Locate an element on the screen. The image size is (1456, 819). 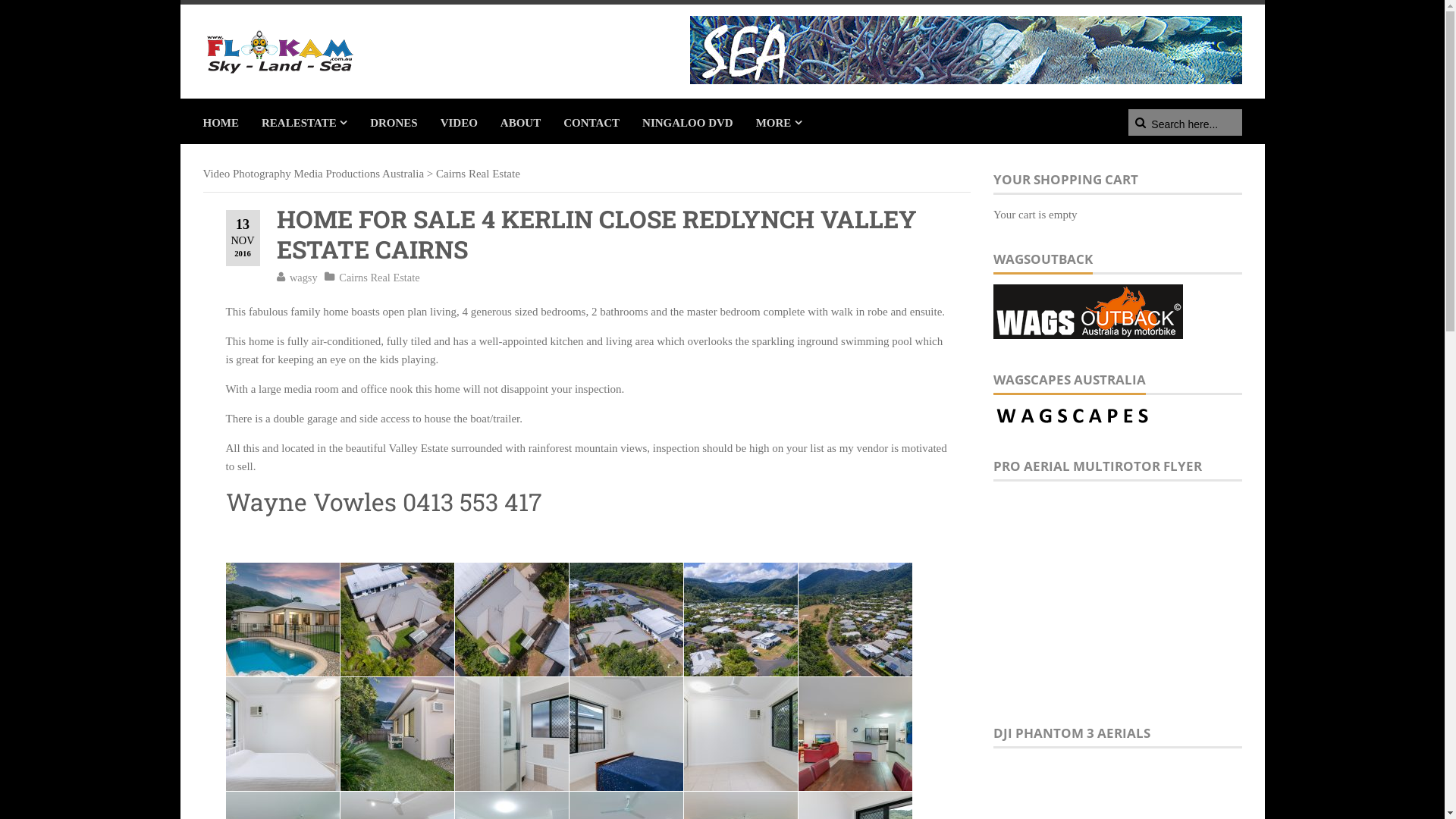
'REALESTATE' is located at coordinates (250, 120).